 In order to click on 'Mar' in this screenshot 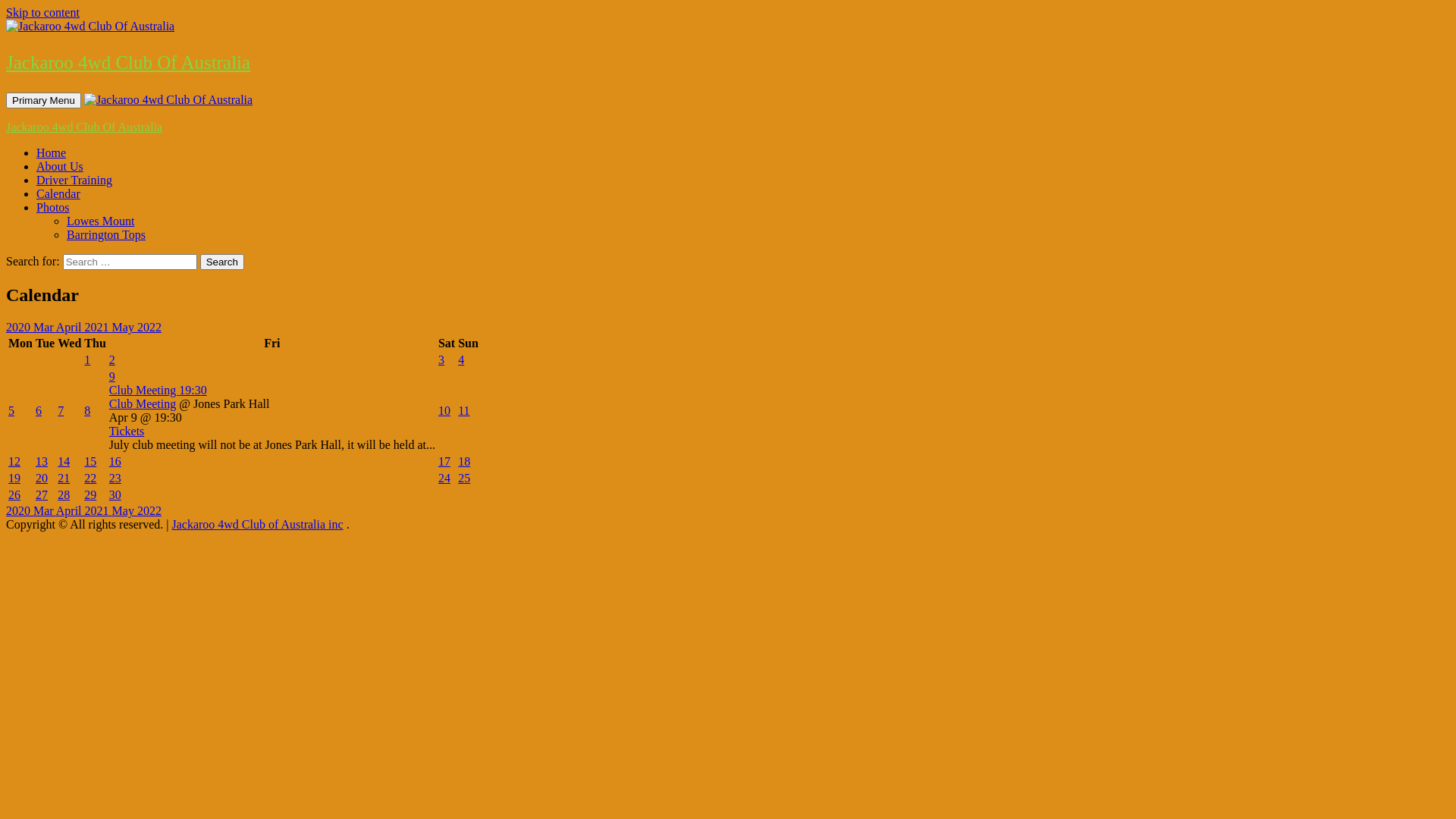, I will do `click(44, 326)`.